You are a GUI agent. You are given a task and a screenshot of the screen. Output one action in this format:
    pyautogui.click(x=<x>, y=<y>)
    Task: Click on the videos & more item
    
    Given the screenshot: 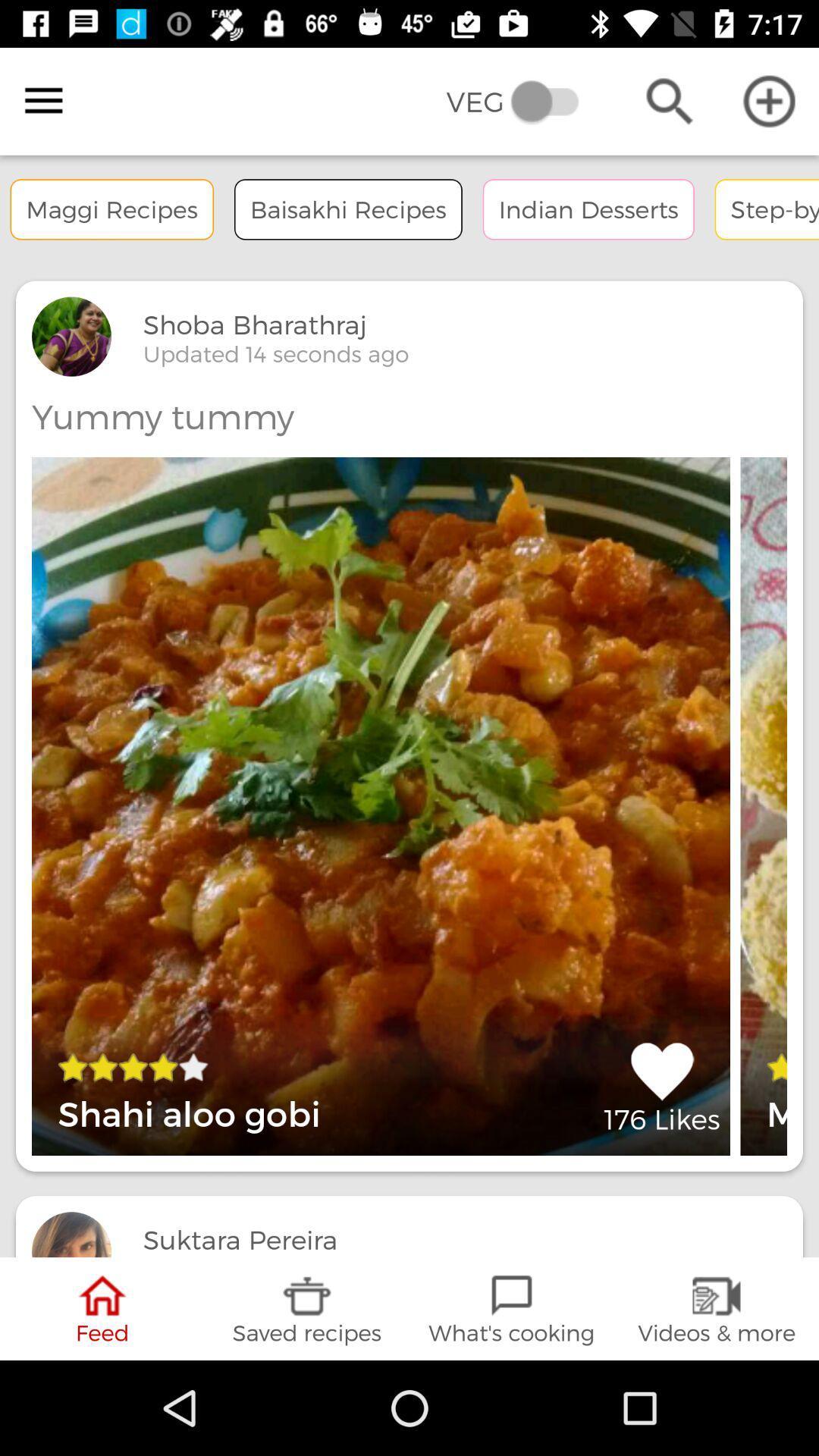 What is the action you would take?
    pyautogui.click(x=717, y=1308)
    